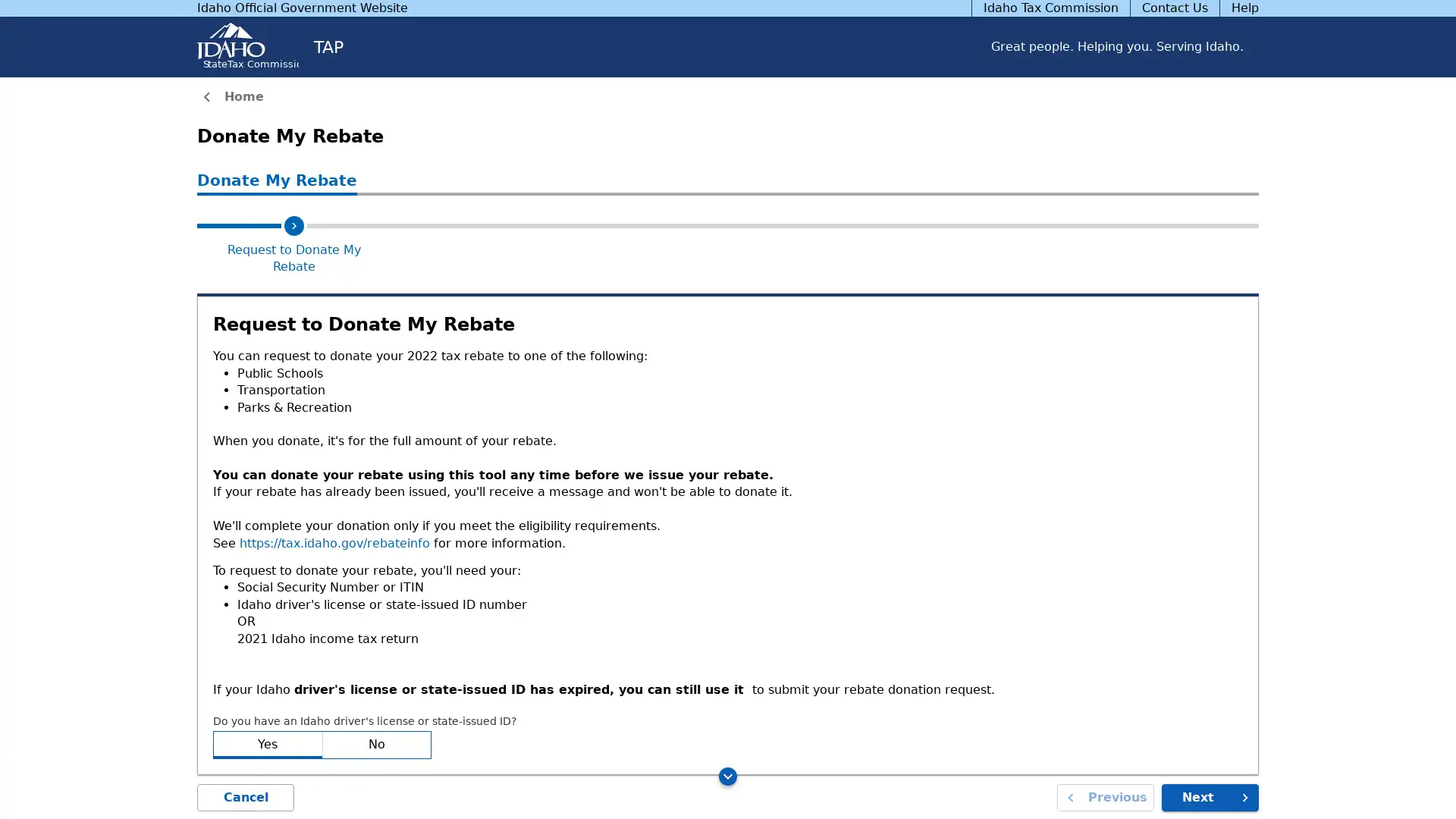  Describe the element at coordinates (246, 796) in the screenshot. I see `Cancel` at that location.